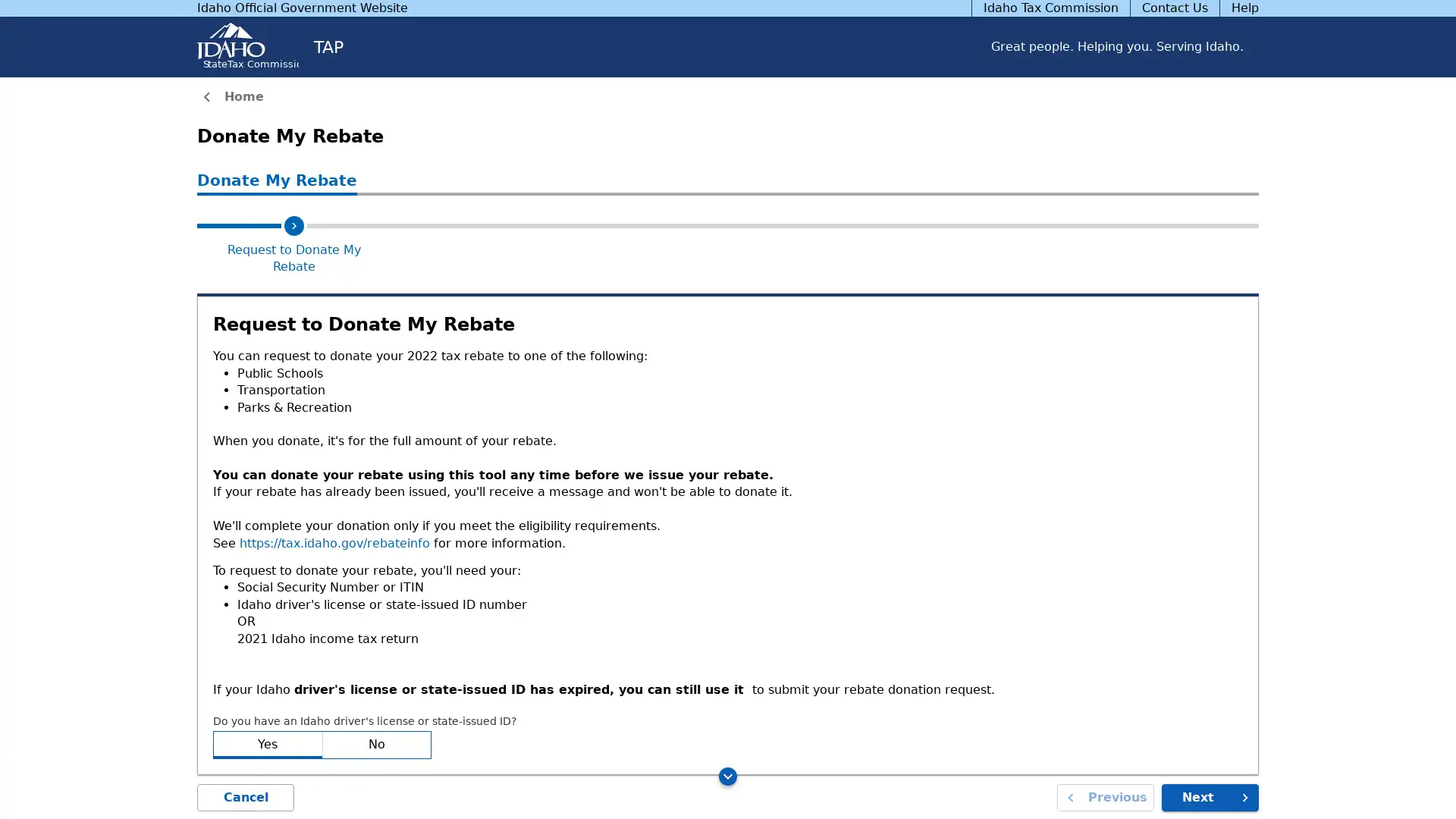  Describe the element at coordinates (246, 796) in the screenshot. I see `Cancel` at that location.